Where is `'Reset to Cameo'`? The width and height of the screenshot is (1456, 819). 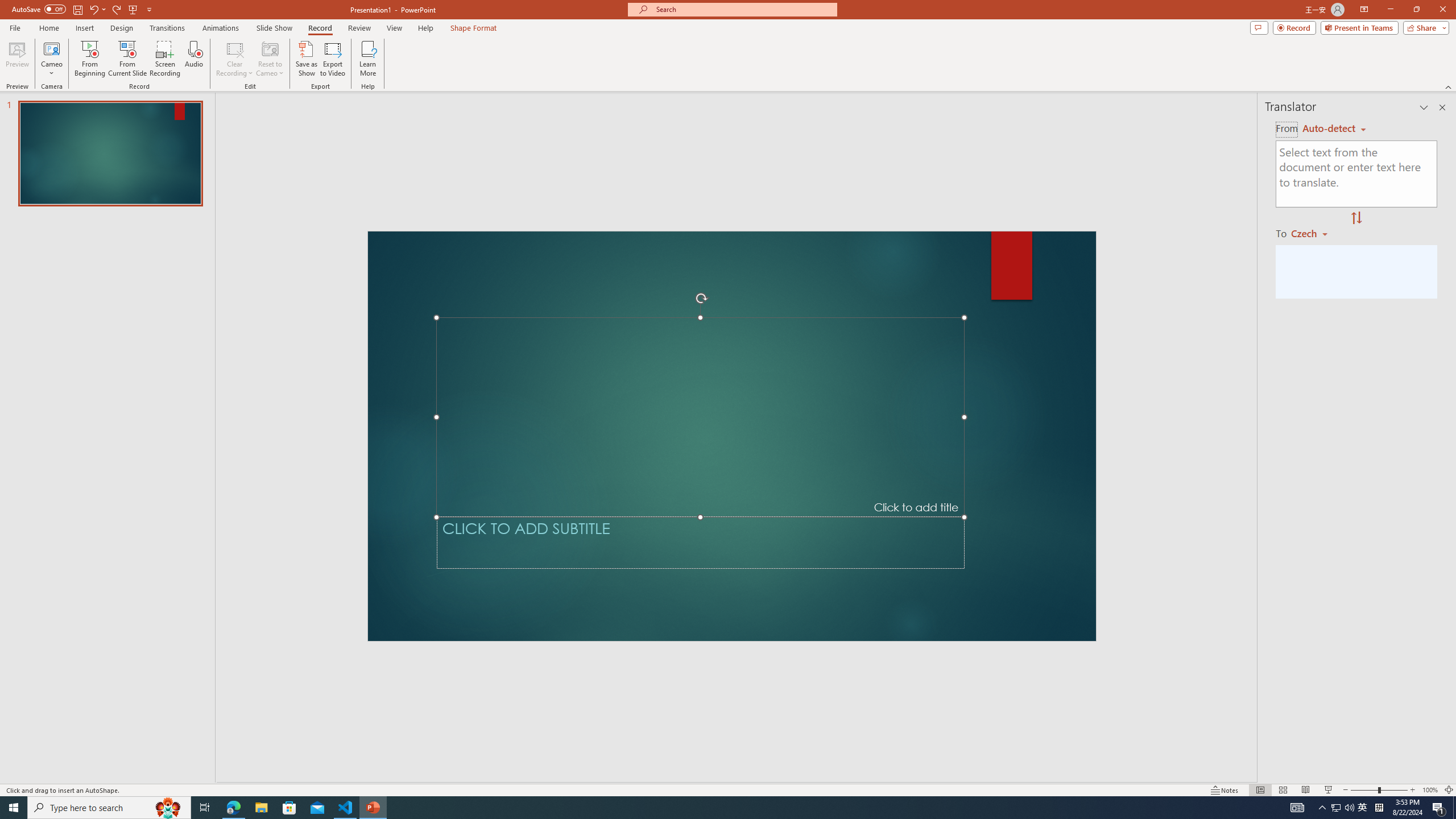 'Reset to Cameo' is located at coordinates (269, 59).